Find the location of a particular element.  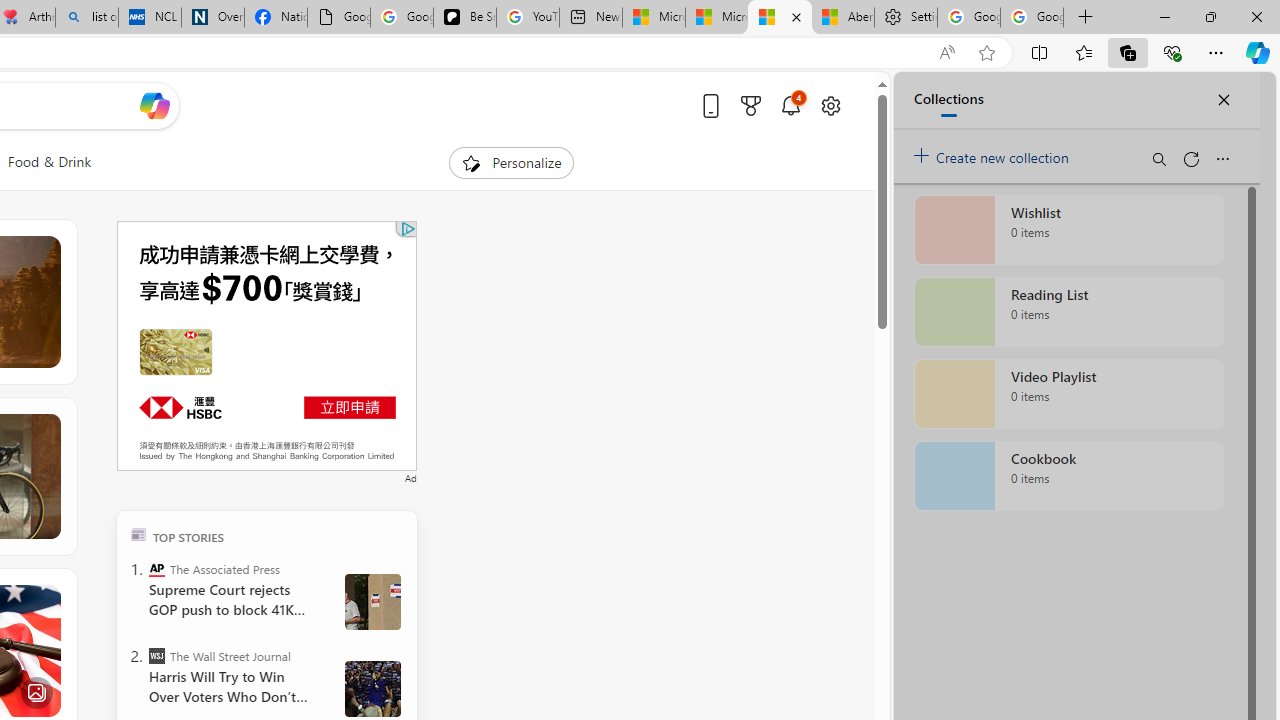

'Be Smart | creating Science videos | Patreon' is located at coordinates (464, 17).